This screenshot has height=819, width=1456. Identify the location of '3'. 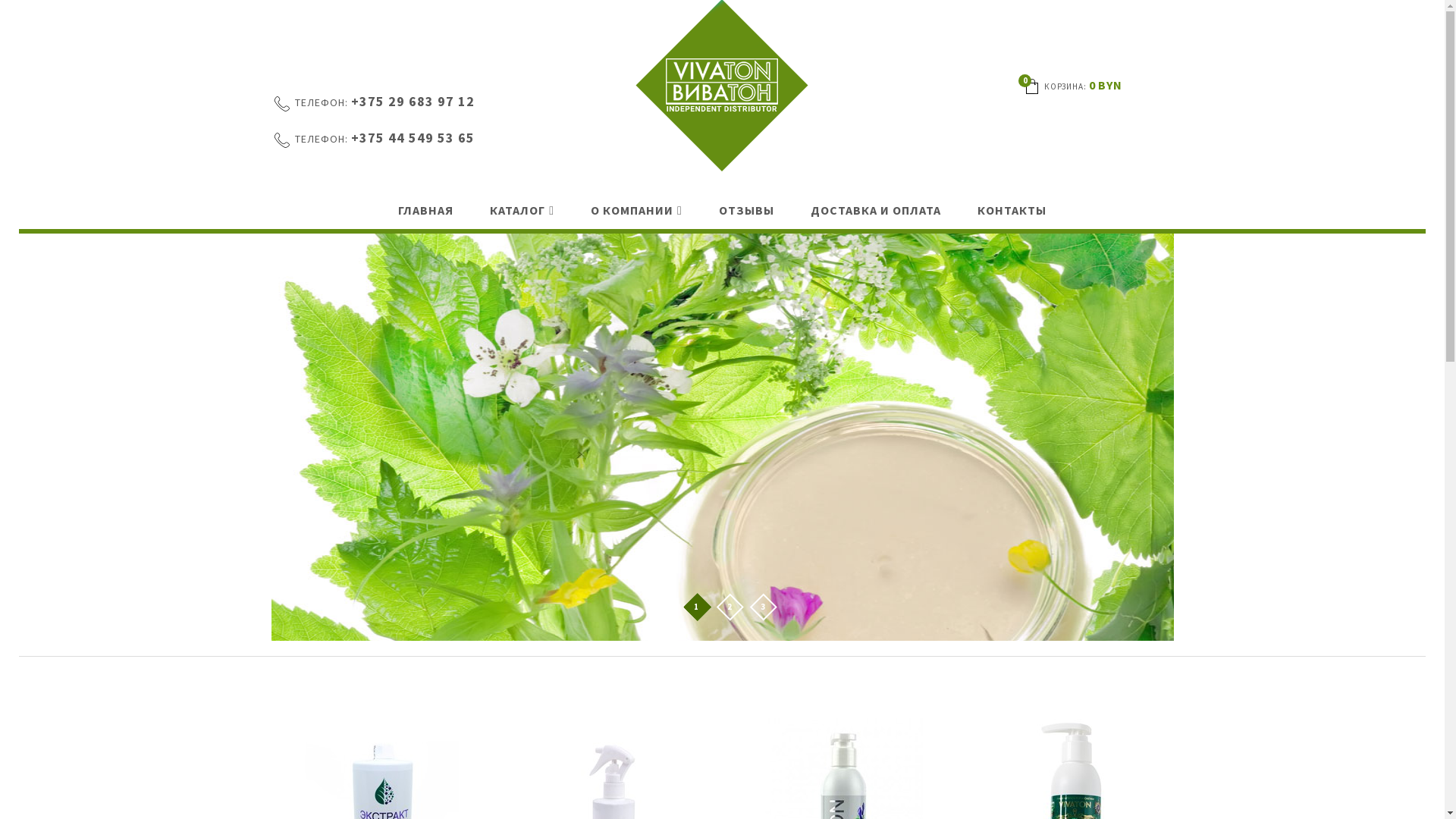
(763, 607).